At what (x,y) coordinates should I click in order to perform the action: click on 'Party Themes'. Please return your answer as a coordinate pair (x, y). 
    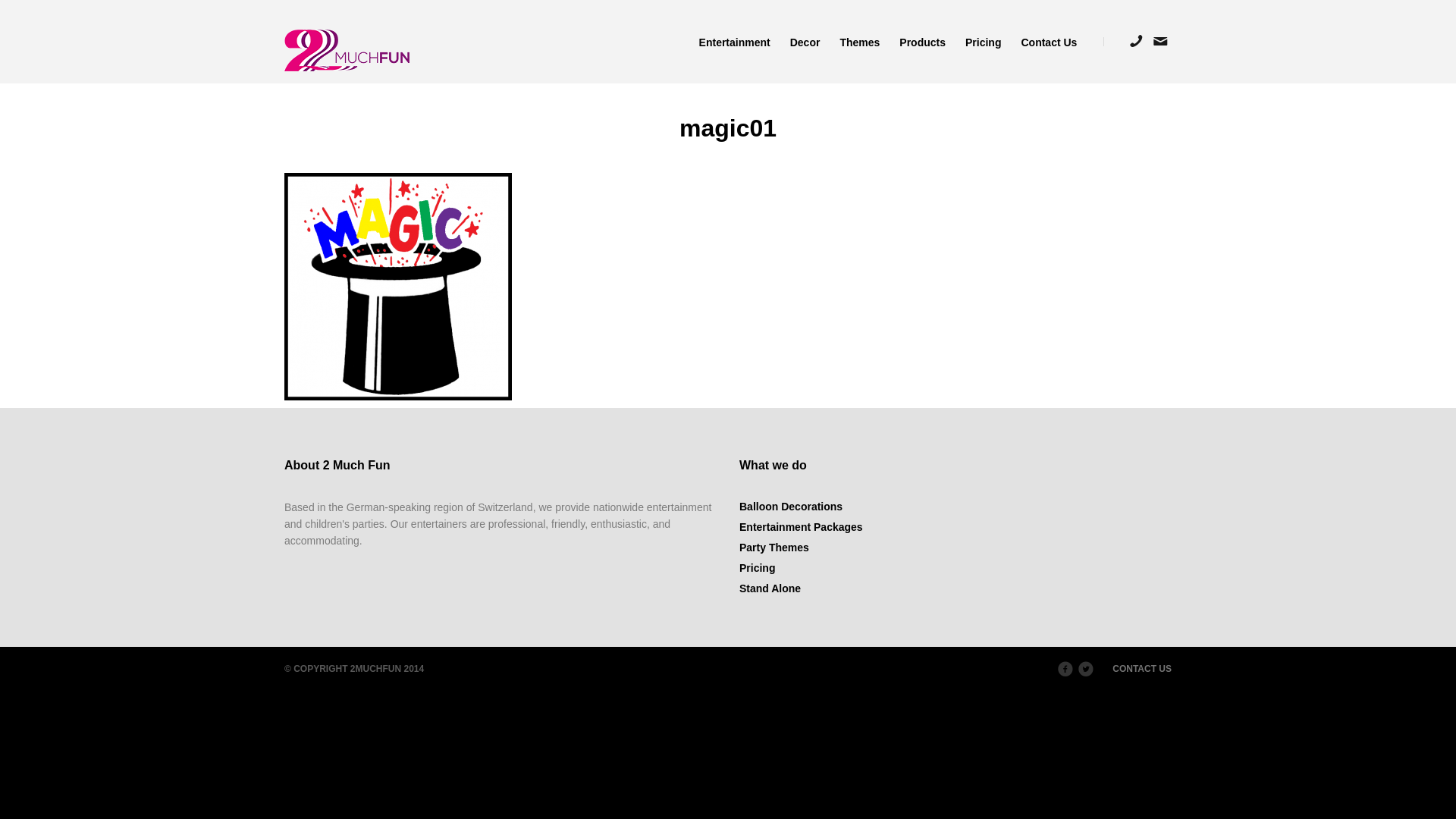
    Looking at the image, I should click on (774, 547).